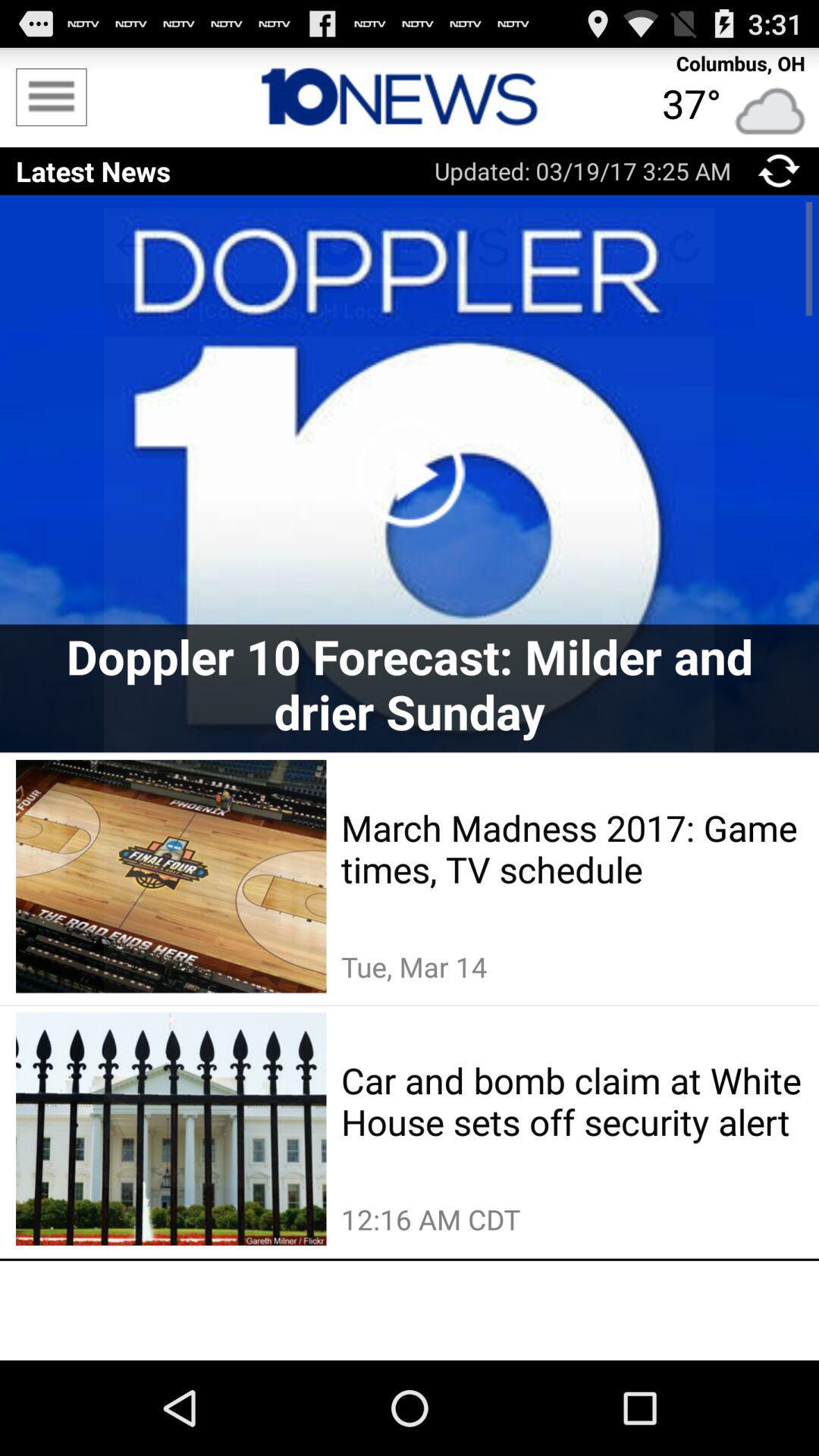  I want to click on doppler 10 forecast item, so click(409, 683).